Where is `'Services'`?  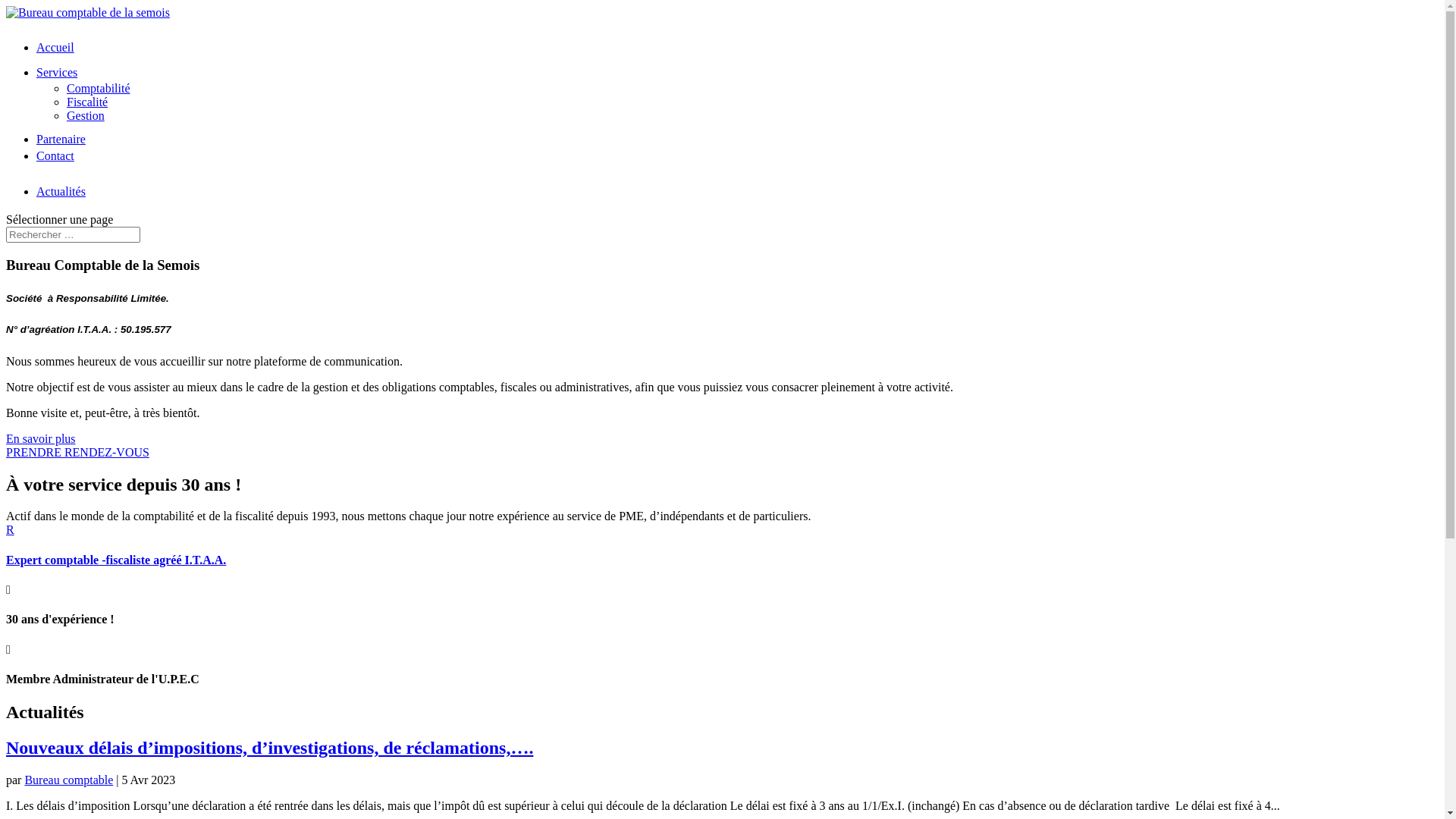 'Services' is located at coordinates (57, 72).